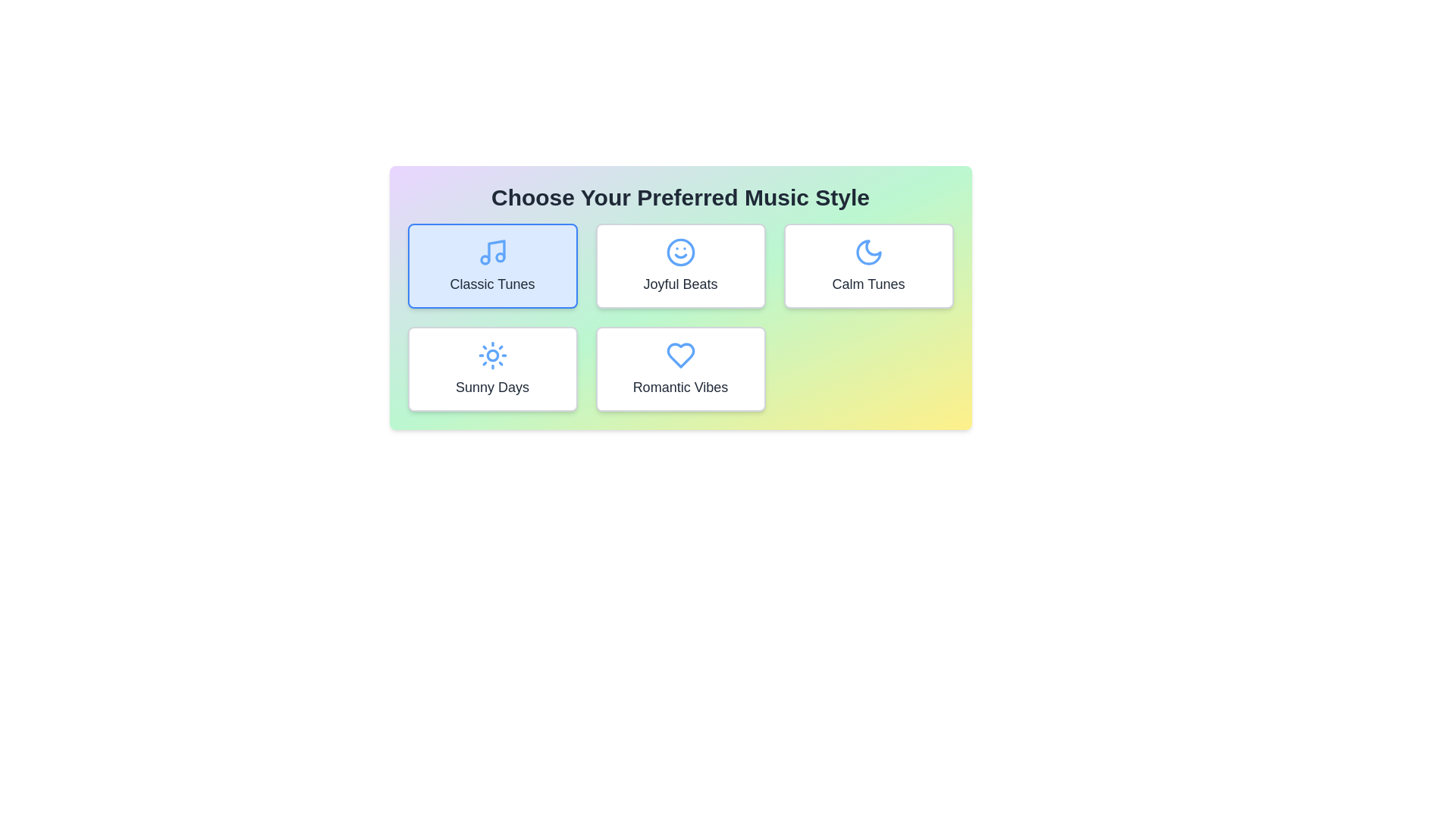 This screenshot has width=1456, height=819. Describe the element at coordinates (868, 251) in the screenshot. I see `the icon representing 'Calm Tunes' located centrally above the text label in the third card of the top row` at that location.